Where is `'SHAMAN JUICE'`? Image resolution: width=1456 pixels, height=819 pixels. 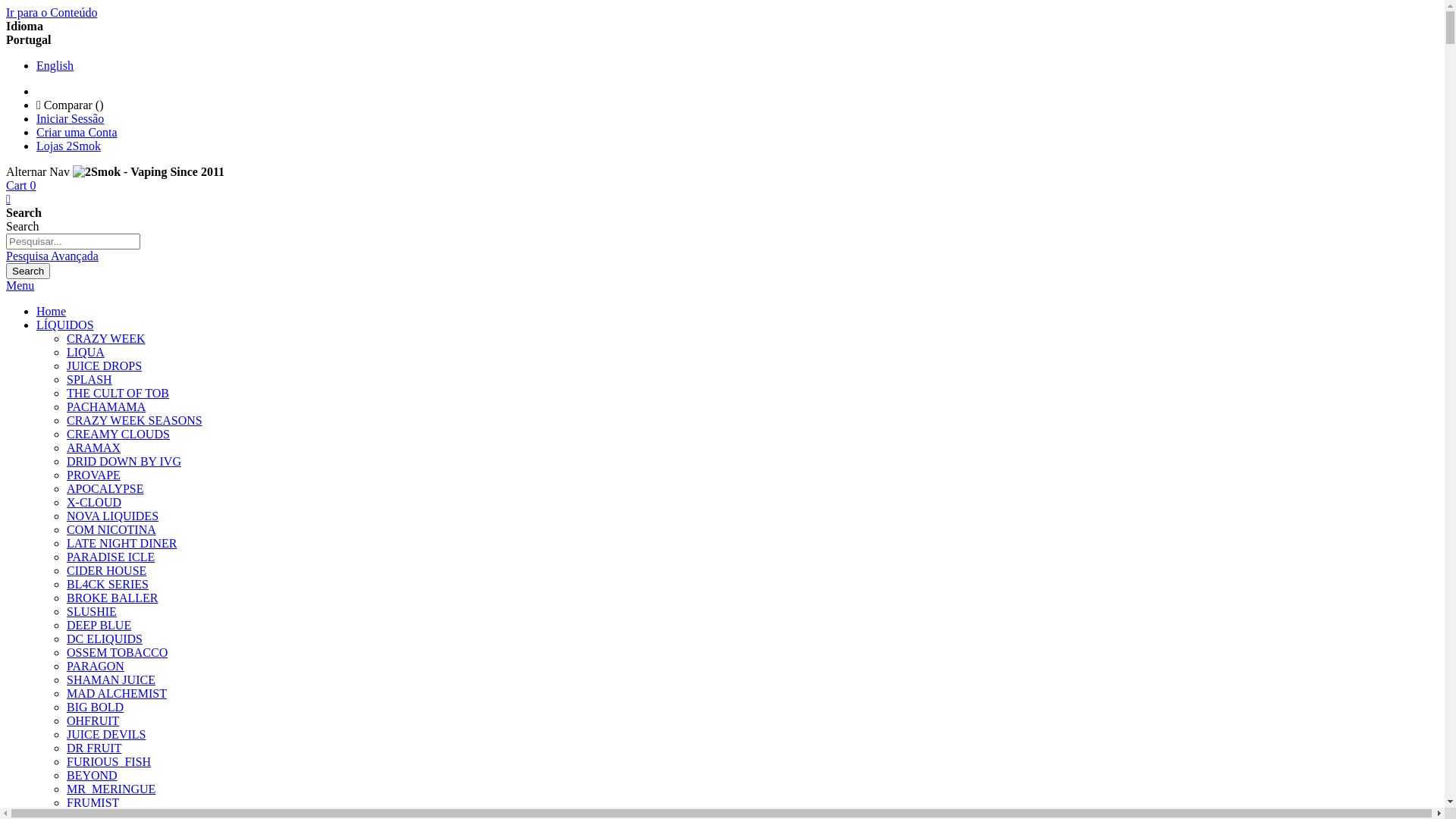
'SHAMAN JUICE' is located at coordinates (110, 679).